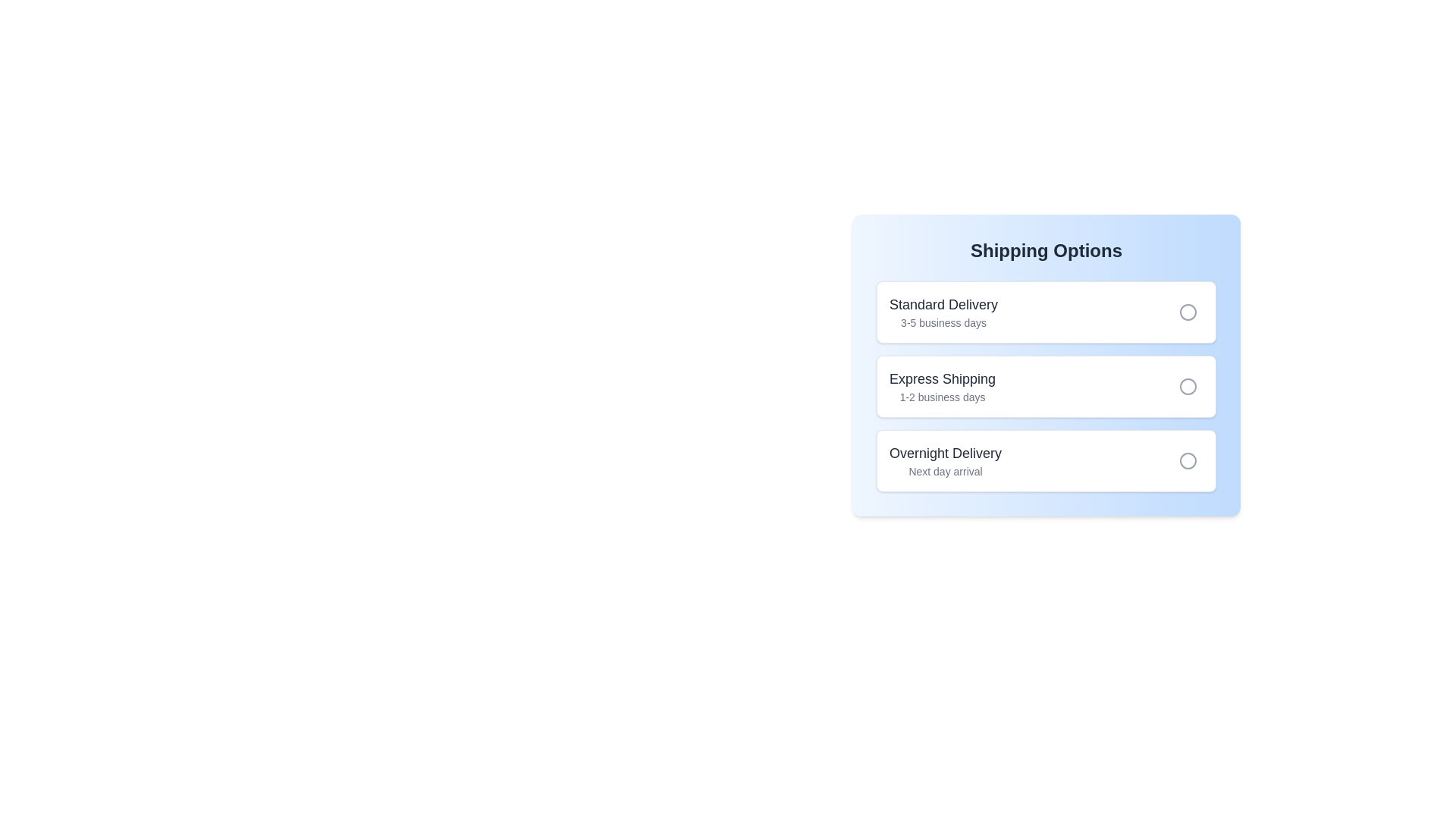 The image size is (1456, 819). Describe the element at coordinates (945, 452) in the screenshot. I see `text label 'Overnight Delivery' which is styled in a larger bold font and located above the text 'Next day arrival' in the third option group of the 'Shipping Options'` at that location.